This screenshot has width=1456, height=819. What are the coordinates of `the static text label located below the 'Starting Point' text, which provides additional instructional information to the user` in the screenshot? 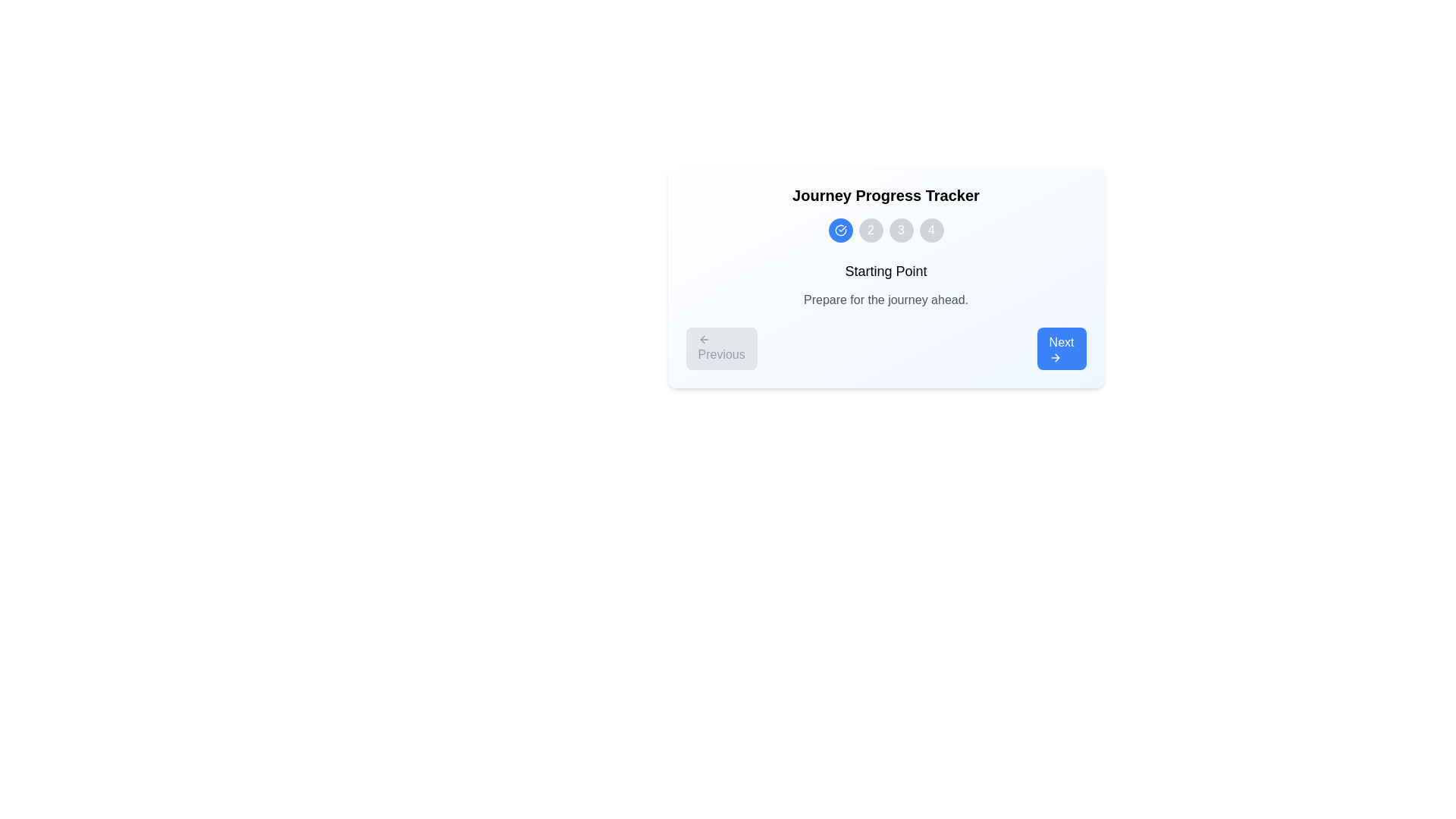 It's located at (886, 300).